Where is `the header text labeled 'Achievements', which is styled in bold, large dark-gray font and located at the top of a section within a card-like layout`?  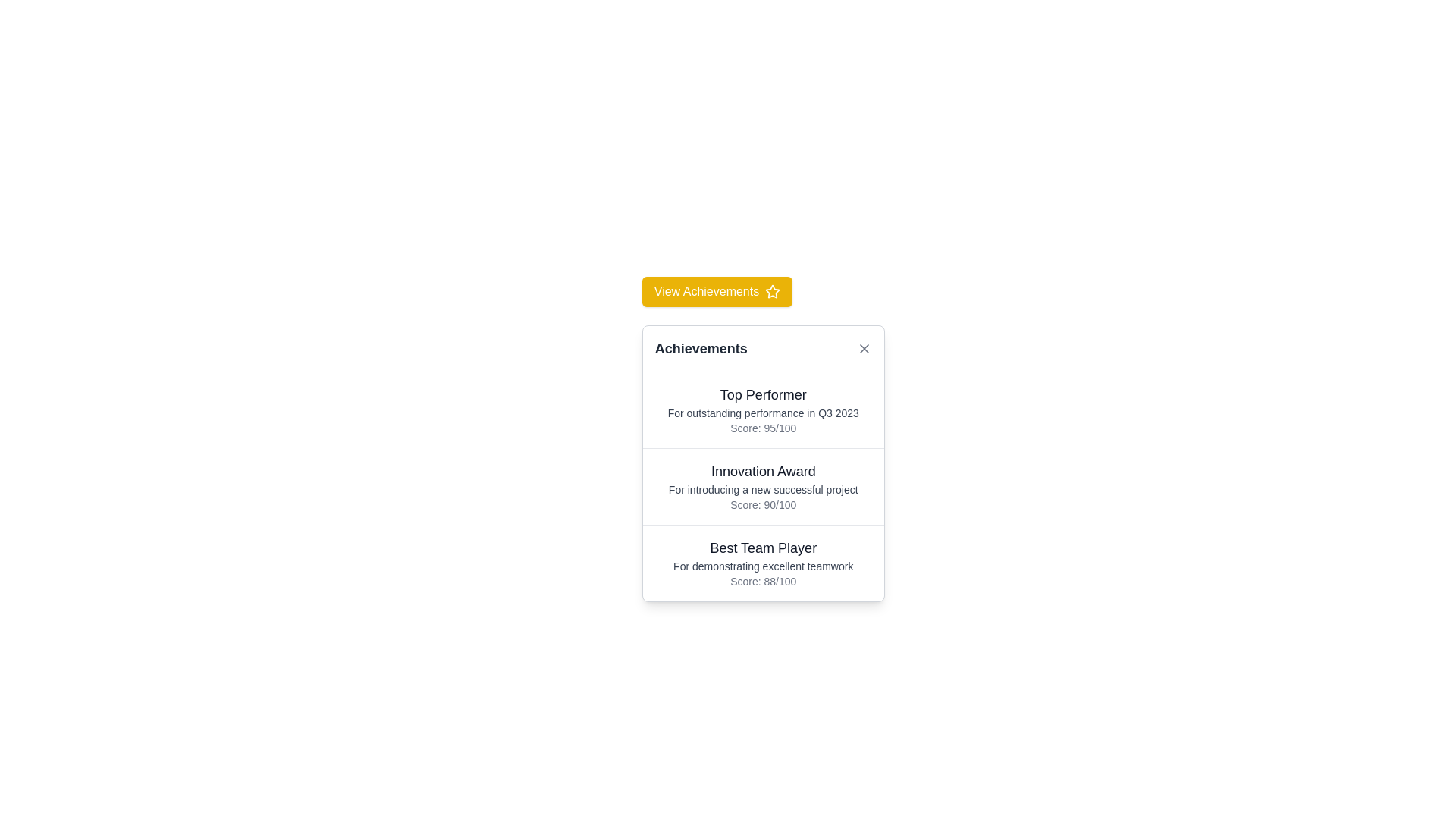
the header text labeled 'Achievements', which is styled in bold, large dark-gray font and located at the top of a section within a card-like layout is located at coordinates (700, 348).